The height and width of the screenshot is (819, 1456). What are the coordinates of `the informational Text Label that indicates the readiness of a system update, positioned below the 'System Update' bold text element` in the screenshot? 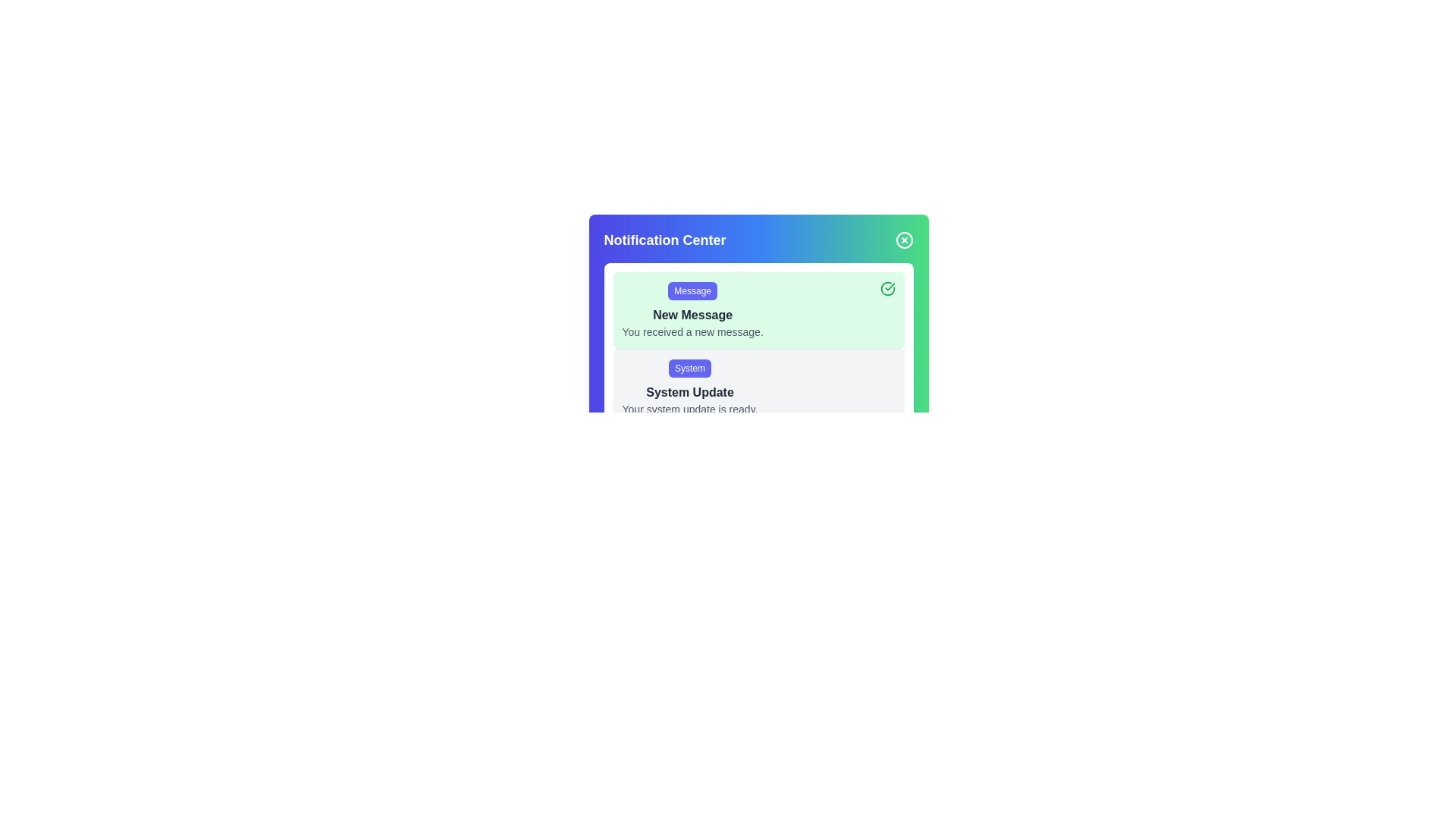 It's located at (689, 409).